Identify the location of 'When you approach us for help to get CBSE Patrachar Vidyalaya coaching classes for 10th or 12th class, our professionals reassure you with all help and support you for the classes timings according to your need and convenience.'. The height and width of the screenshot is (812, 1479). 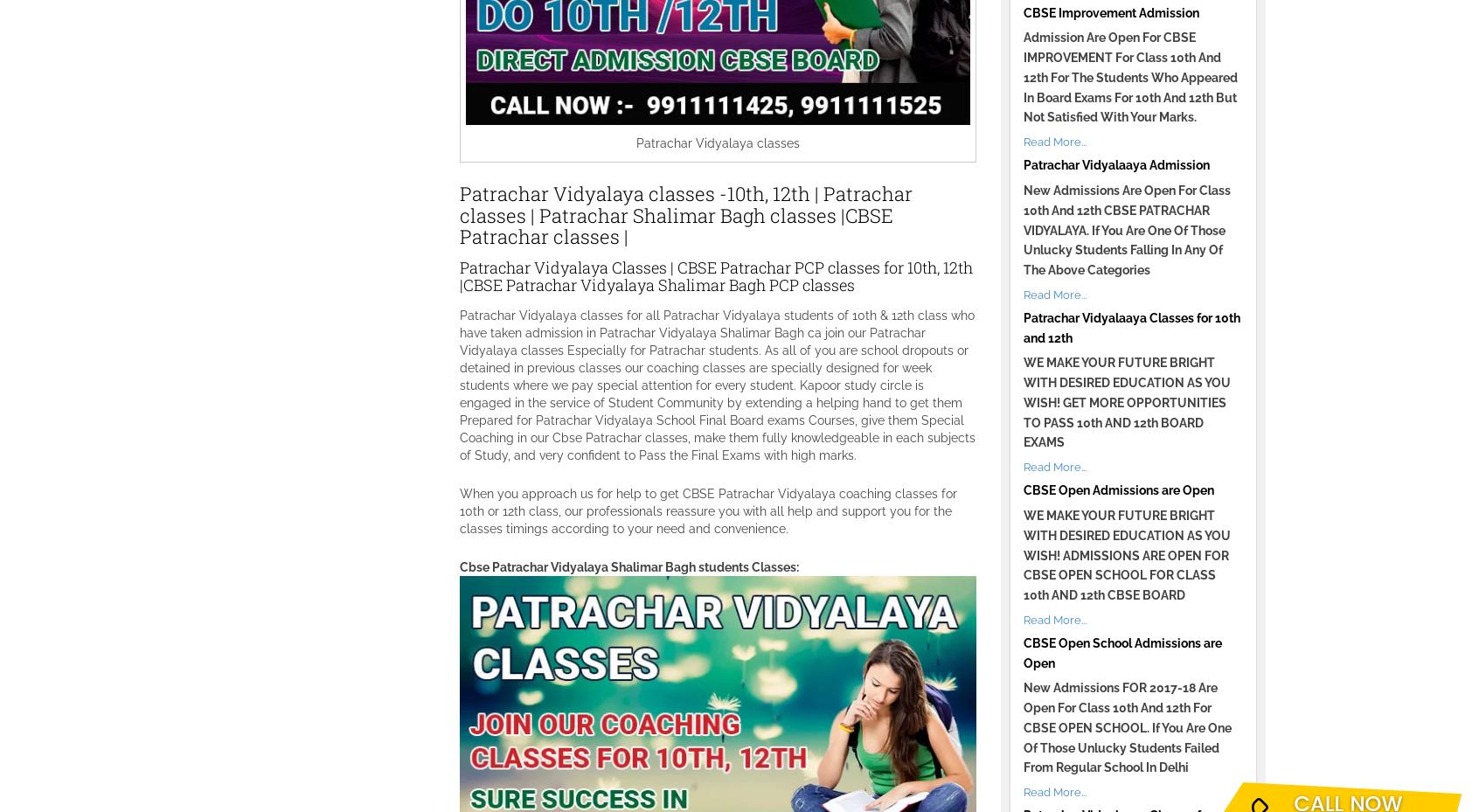
(707, 509).